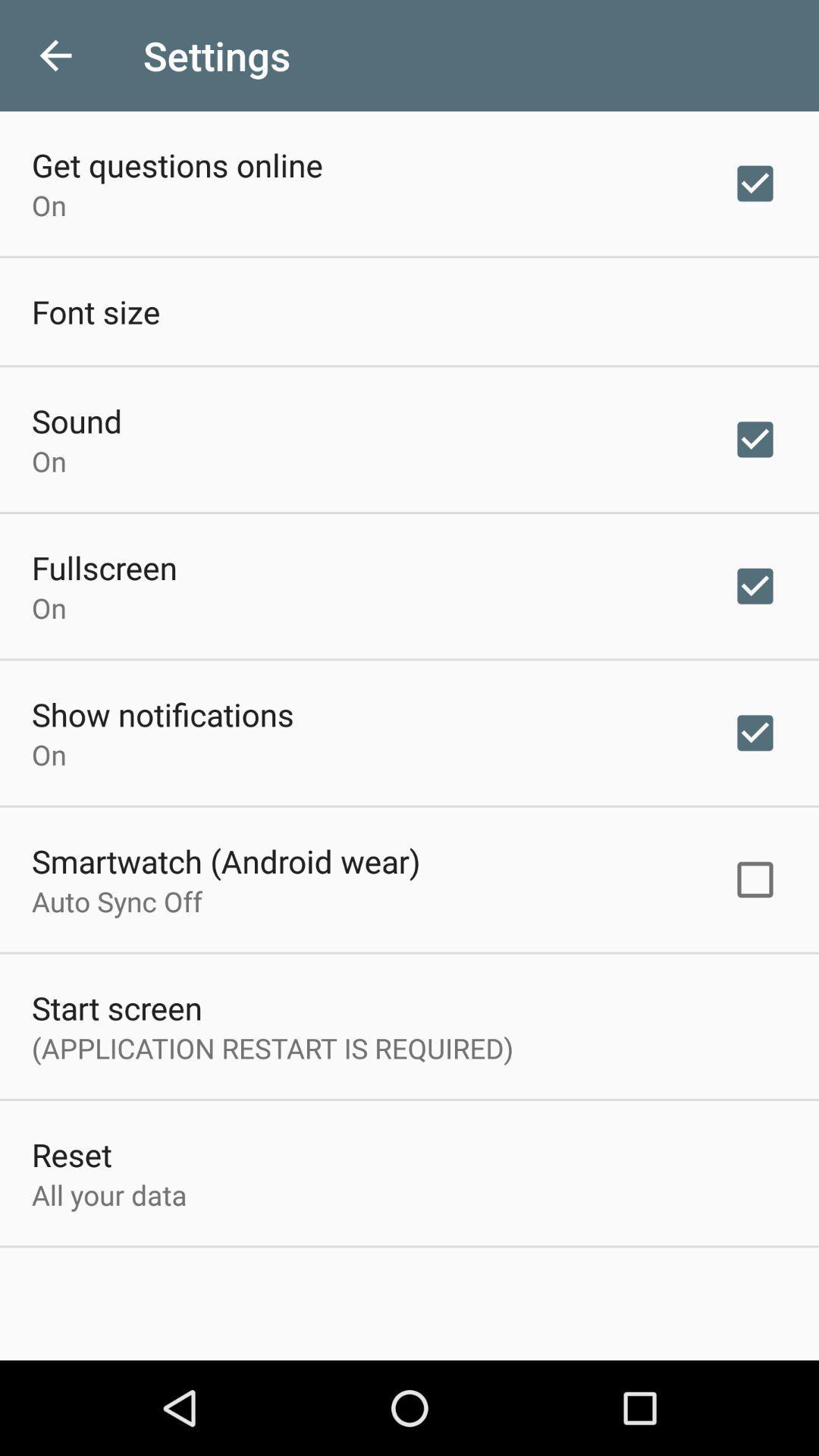 The width and height of the screenshot is (819, 1456). What do you see at coordinates (55, 55) in the screenshot?
I see `the item to the left of the settings` at bounding box center [55, 55].